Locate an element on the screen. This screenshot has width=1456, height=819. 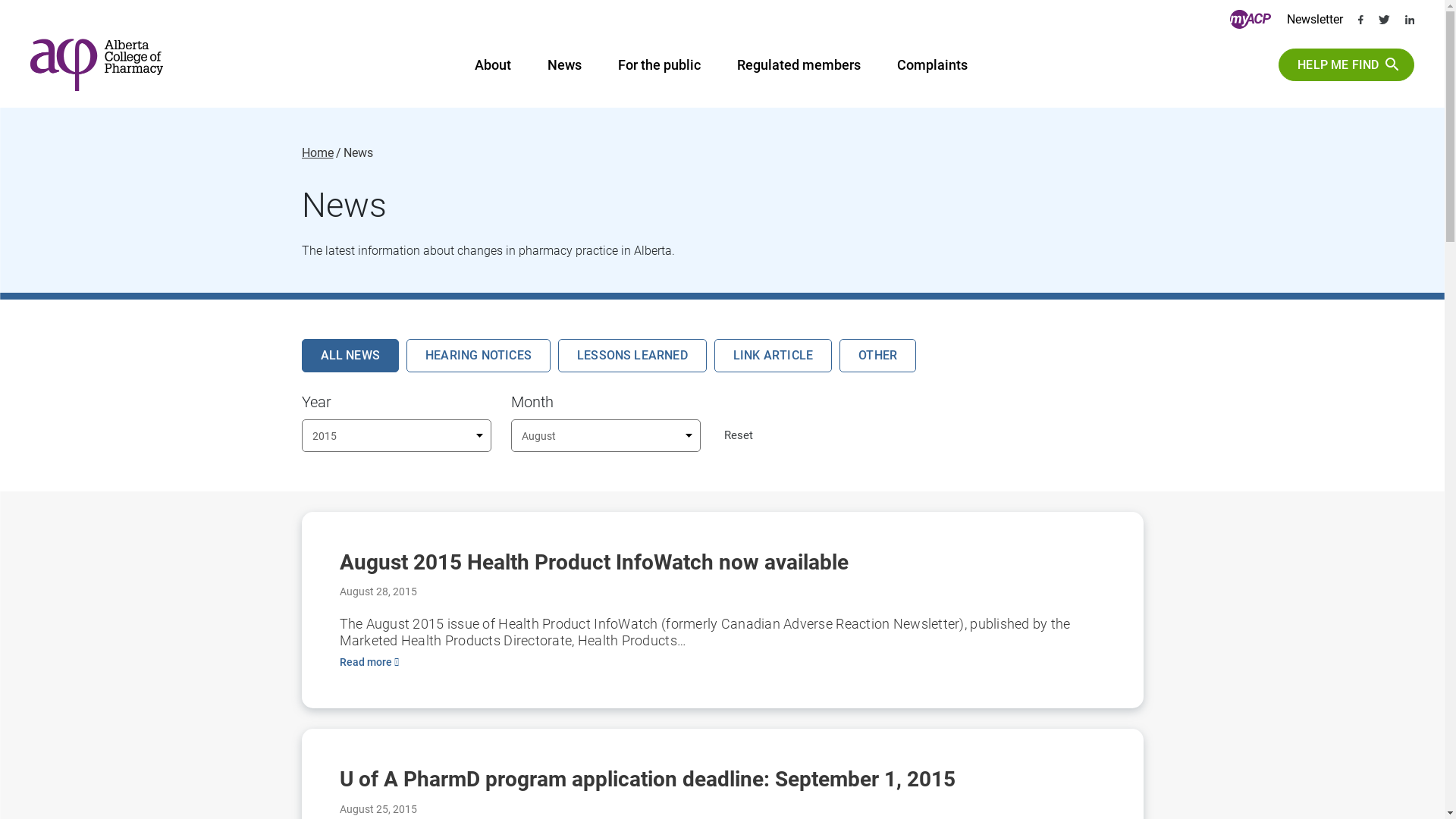
'ALL NEWS' is located at coordinates (350, 354).